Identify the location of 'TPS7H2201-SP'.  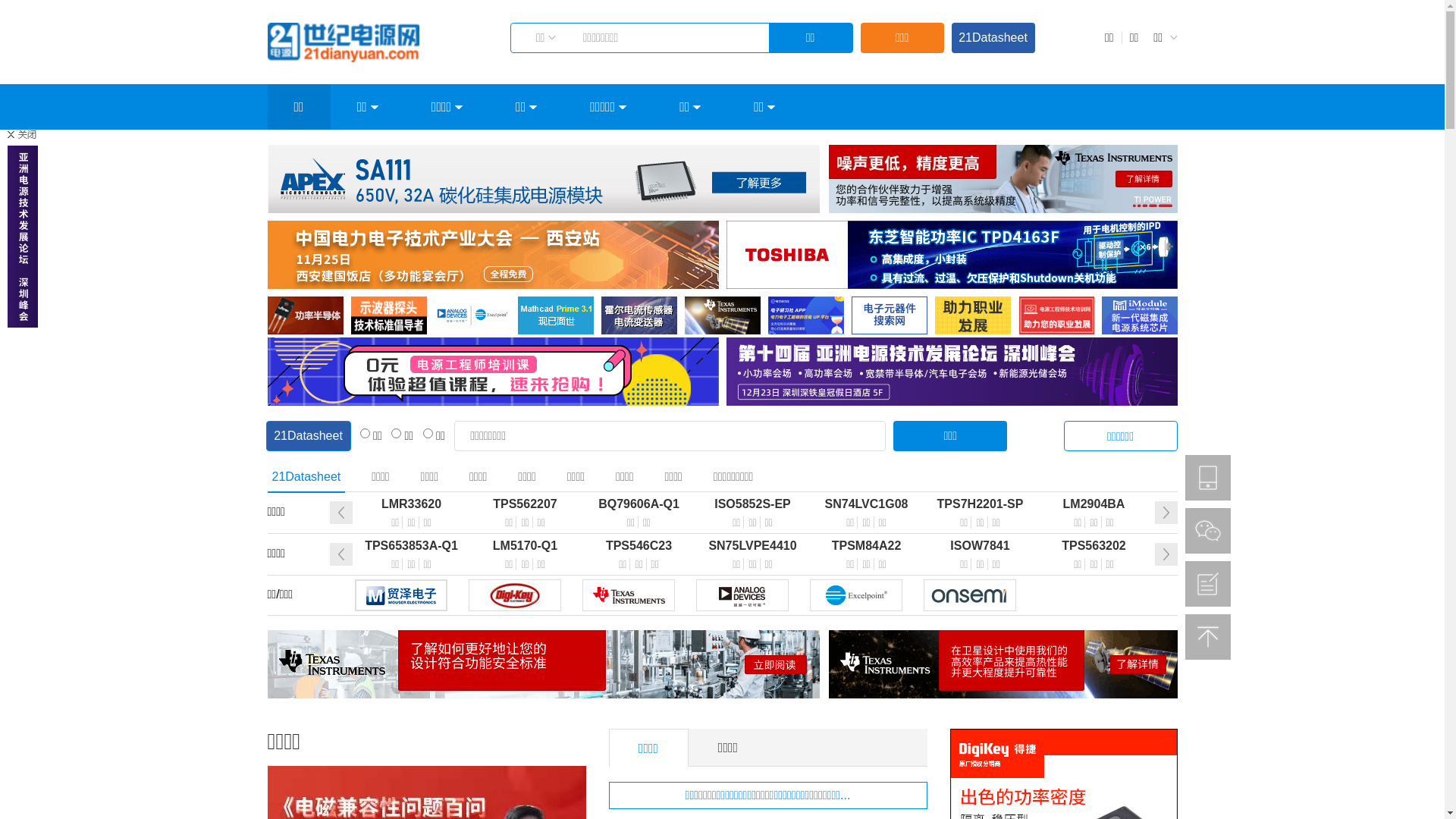
(923, 504).